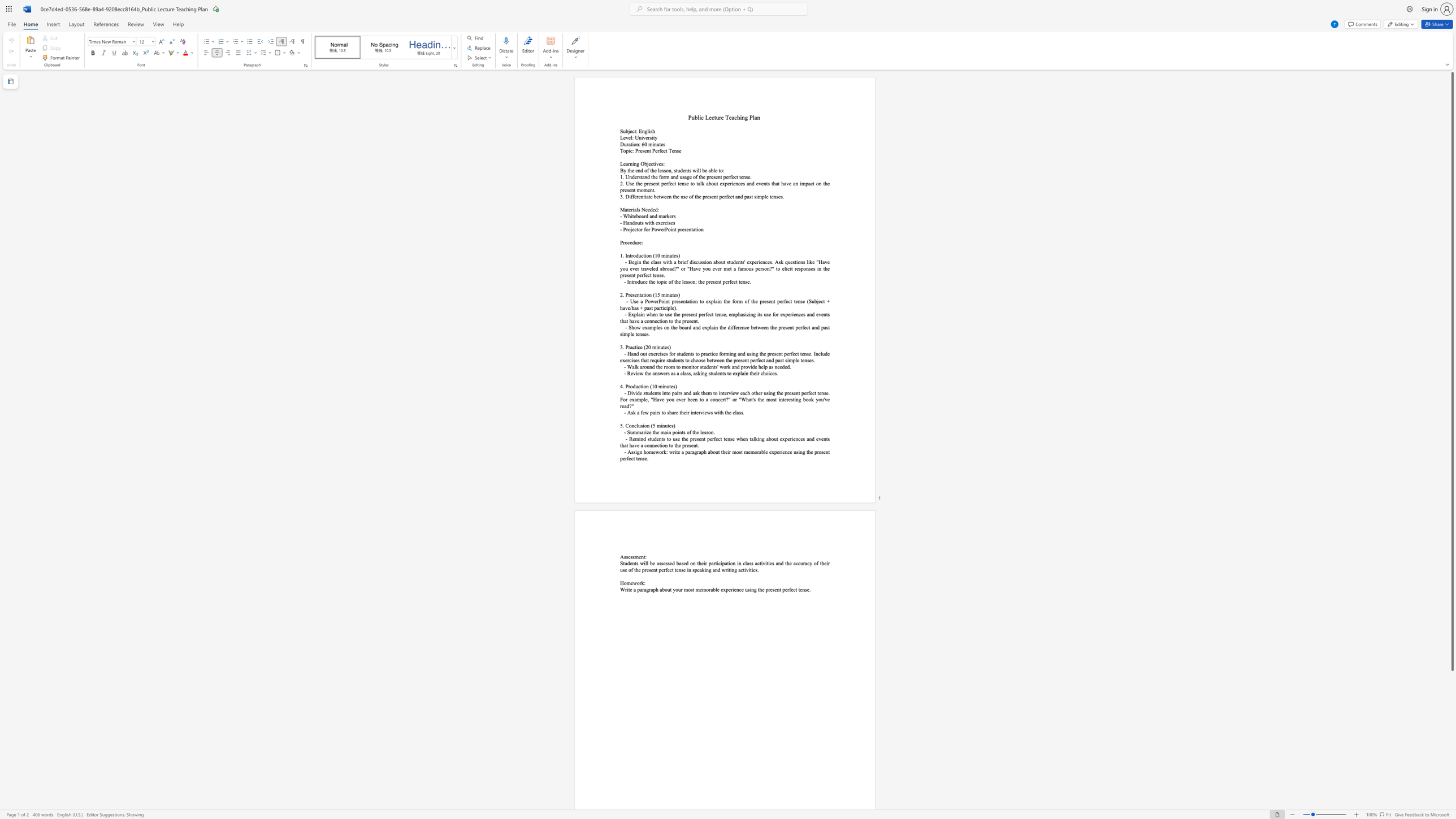 This screenshot has height=819, width=1456. I want to click on the subset text "Mater" within the text "Materials Needed:", so click(619, 209).